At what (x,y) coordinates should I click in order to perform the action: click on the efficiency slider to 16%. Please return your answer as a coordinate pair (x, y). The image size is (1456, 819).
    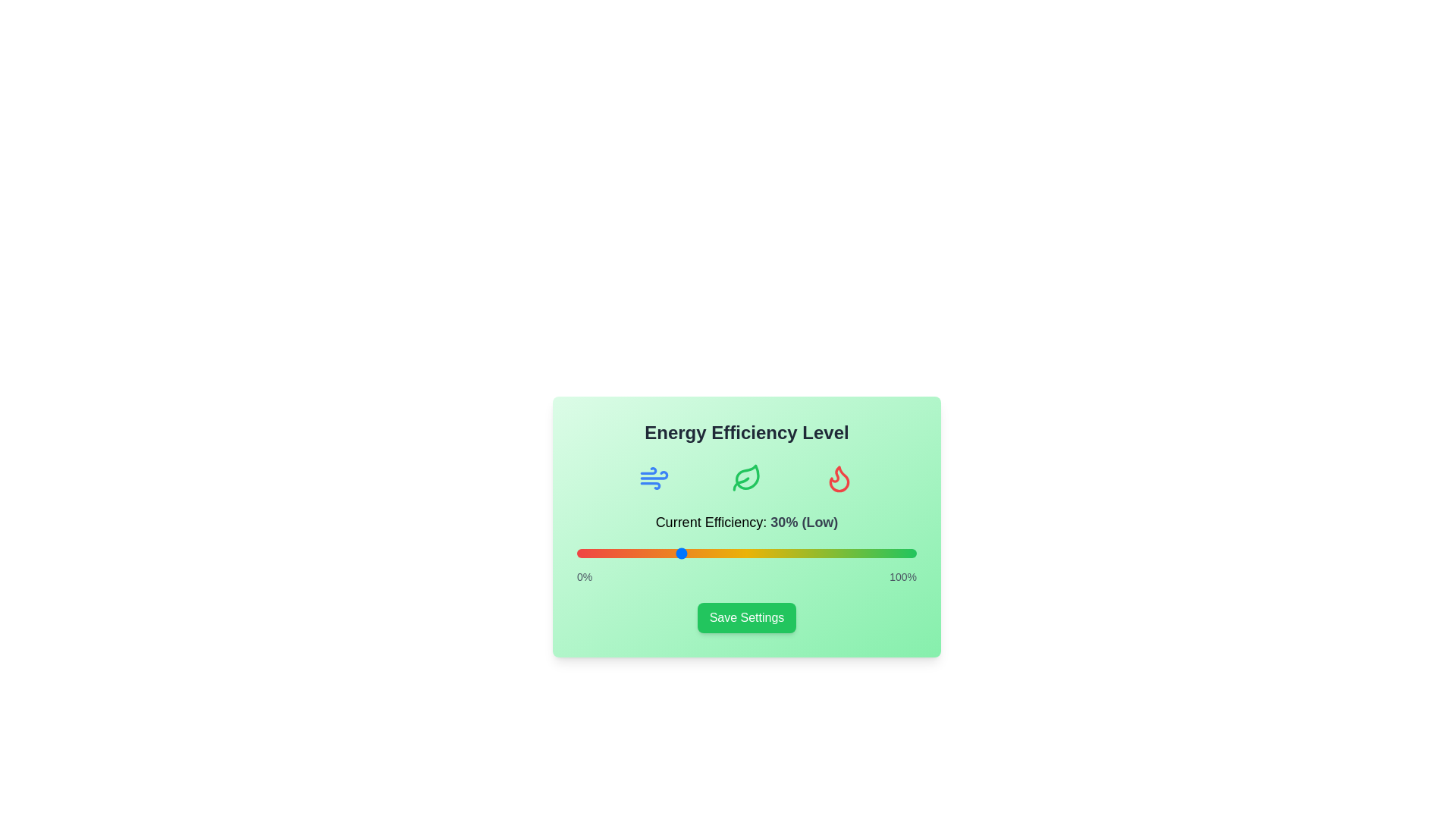
    Looking at the image, I should click on (631, 553).